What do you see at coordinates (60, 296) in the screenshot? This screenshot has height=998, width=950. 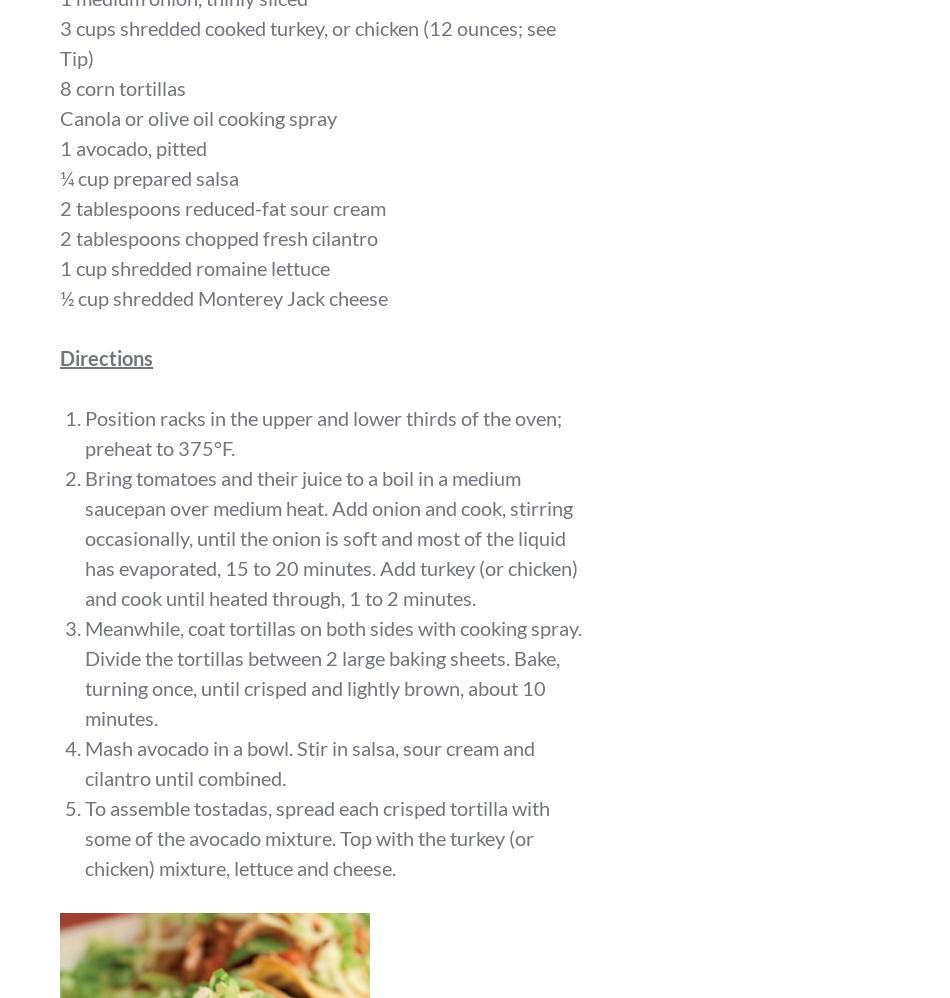 I see `'½ cup shredded Monterey Jack cheese'` at bounding box center [60, 296].